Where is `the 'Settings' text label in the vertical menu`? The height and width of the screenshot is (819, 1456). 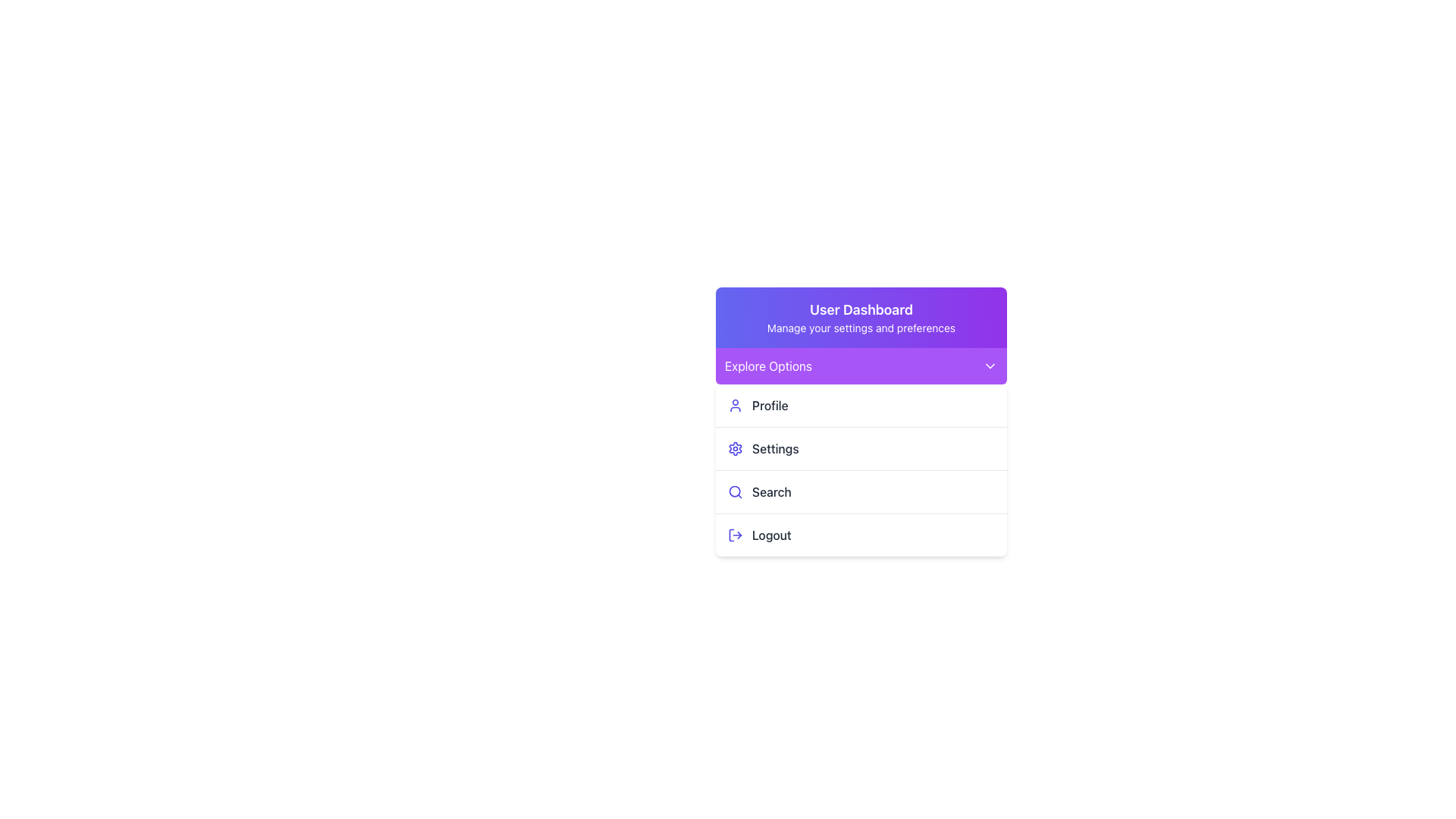 the 'Settings' text label in the vertical menu is located at coordinates (775, 447).